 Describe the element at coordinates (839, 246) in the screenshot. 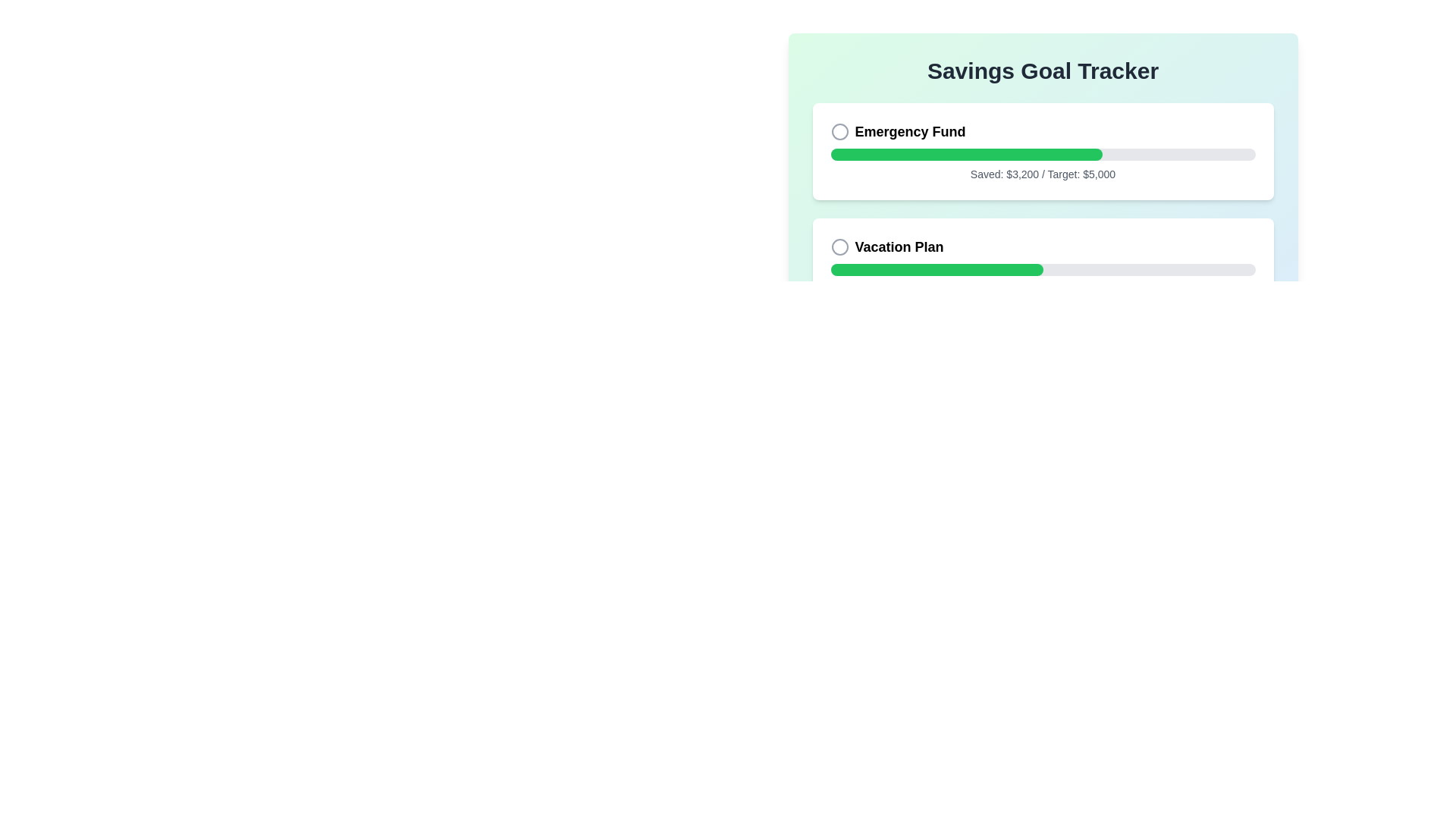

I see `the SVG-based status indicator icon located to the left of the 'Vacation Plan' text in the 'Savings Goal Tracker' interface` at that location.